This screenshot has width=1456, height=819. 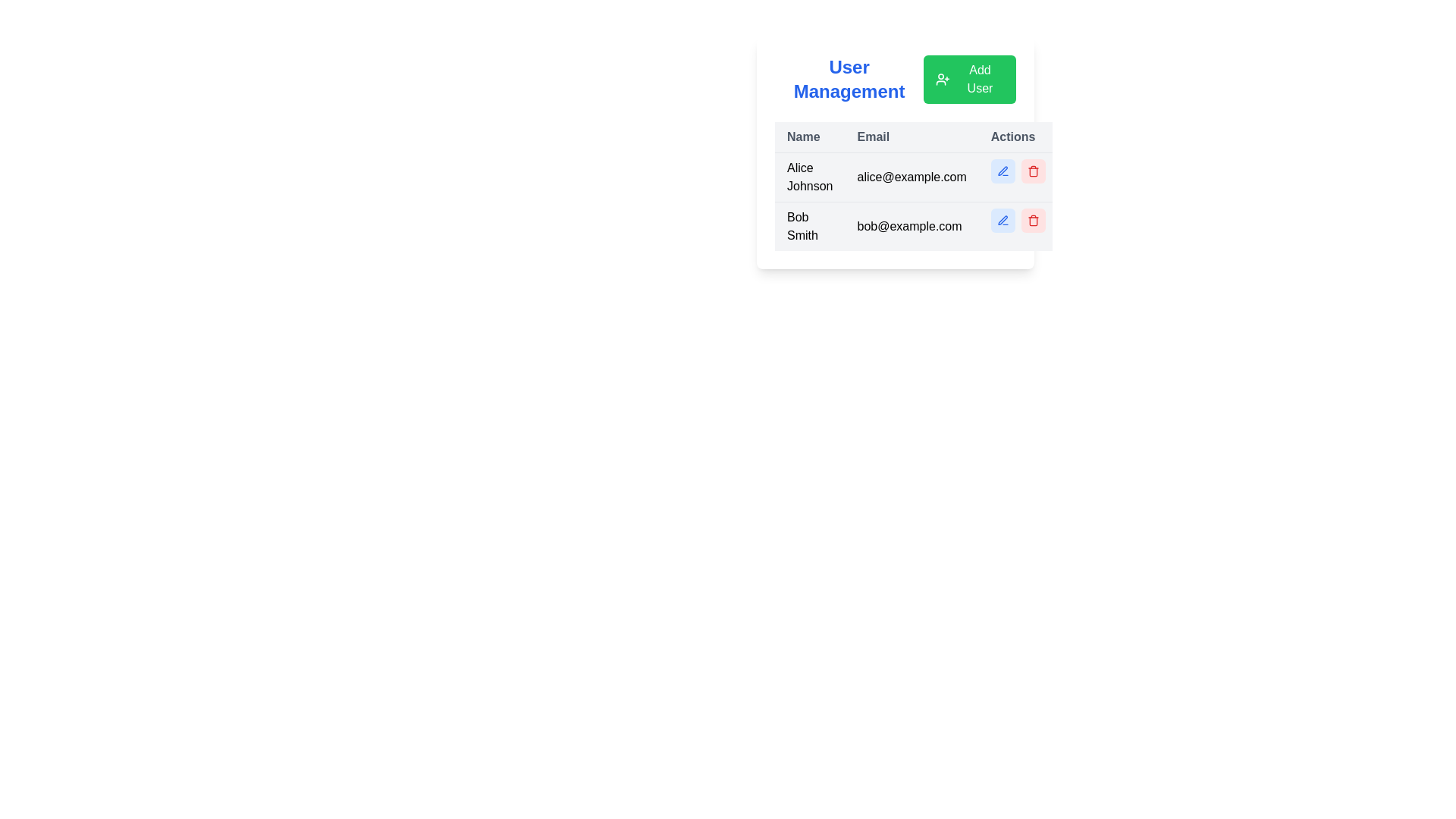 I want to click on the user icon with a plus symbol, which is styled with a green circle background and located to the left of the text 'Add User' within the button, so click(x=942, y=79).